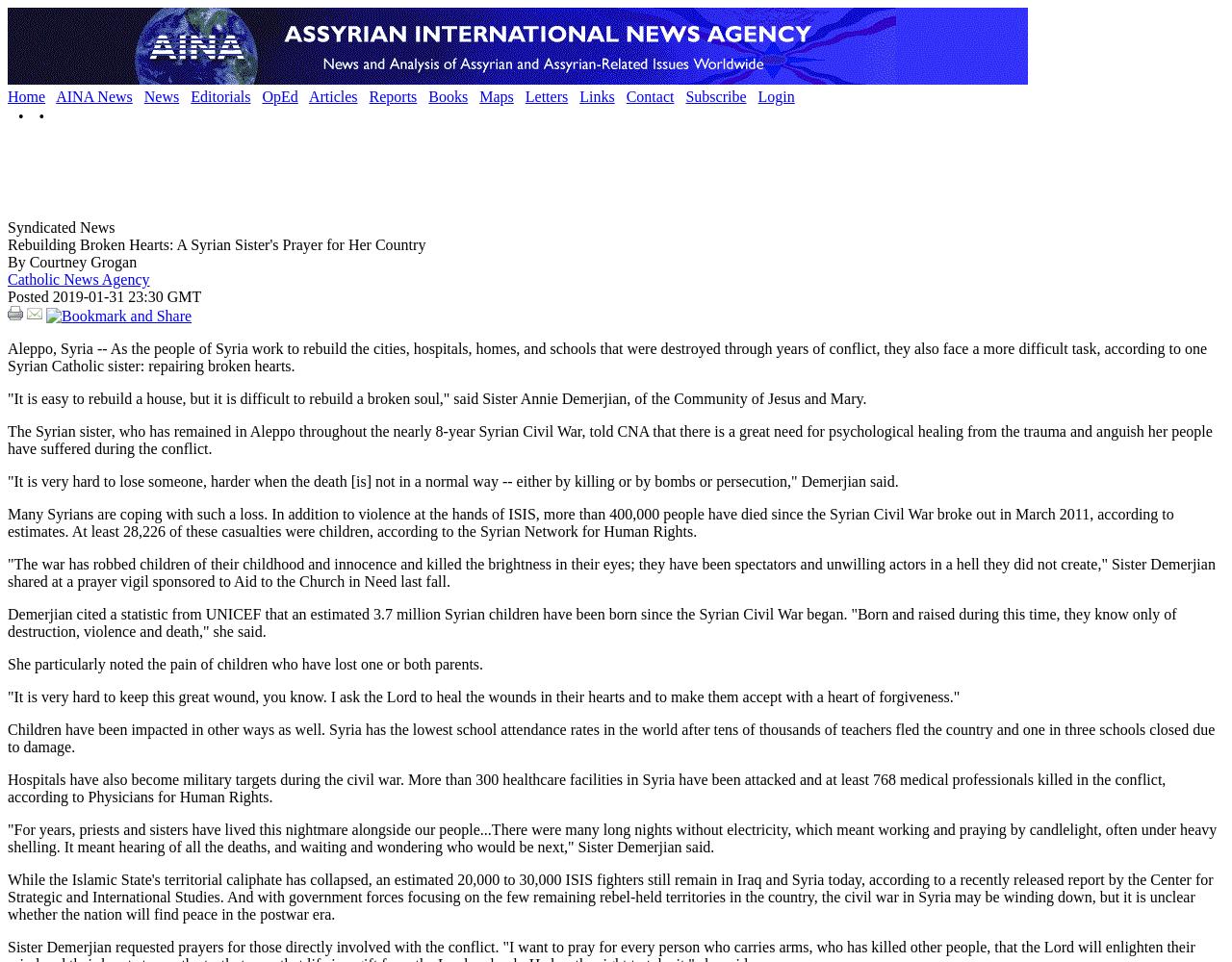 This screenshot has height=962, width=1232. Describe the element at coordinates (483, 696) in the screenshot. I see `'"It is very hard to keep this great wound, you know. I ask the Lord to heal the wounds in their hearts and to make them accept with a heart of forgiveness."'` at that location.